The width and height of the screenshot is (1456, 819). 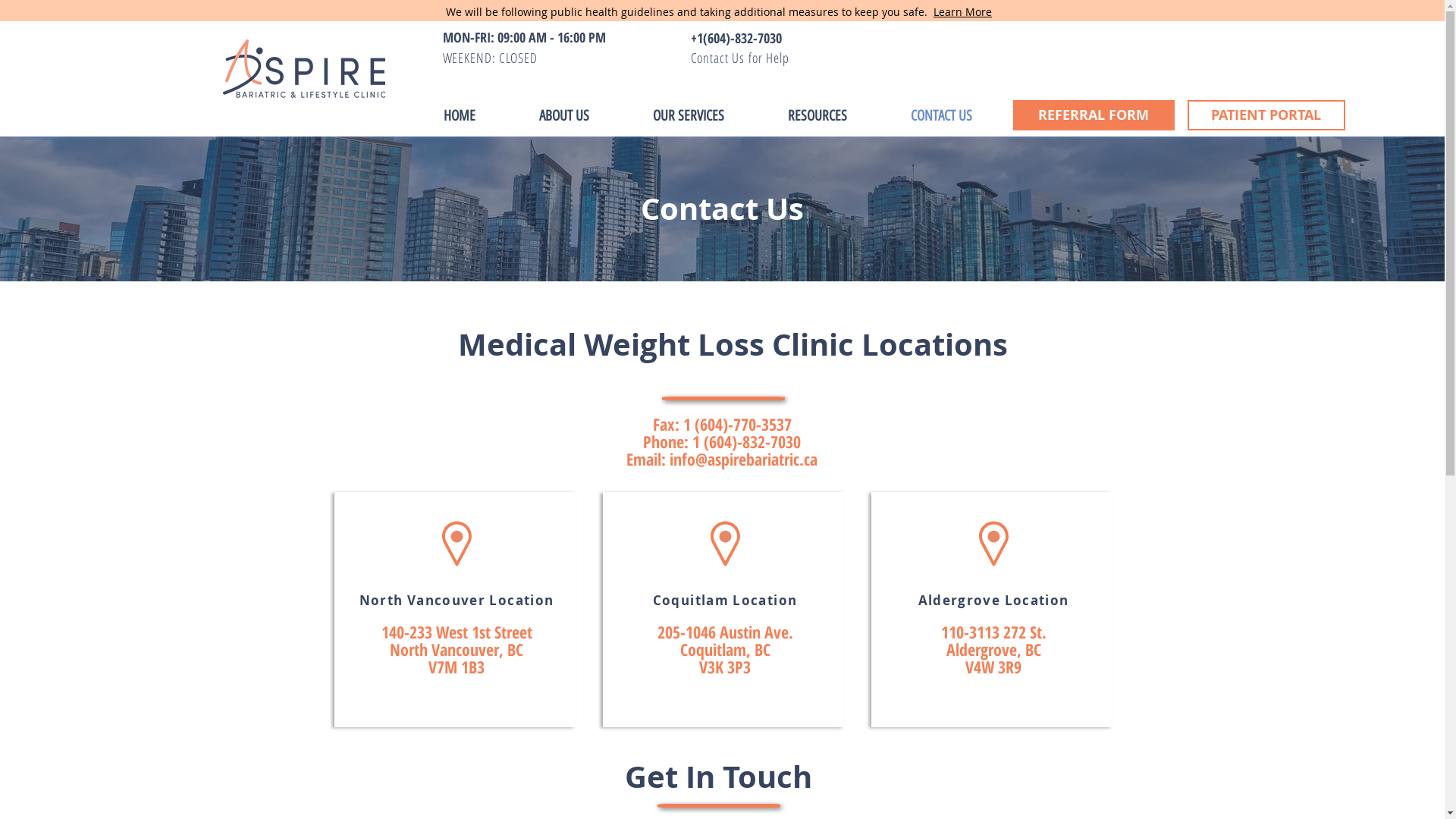 I want to click on 'RESOURCES', so click(x=815, y=115).